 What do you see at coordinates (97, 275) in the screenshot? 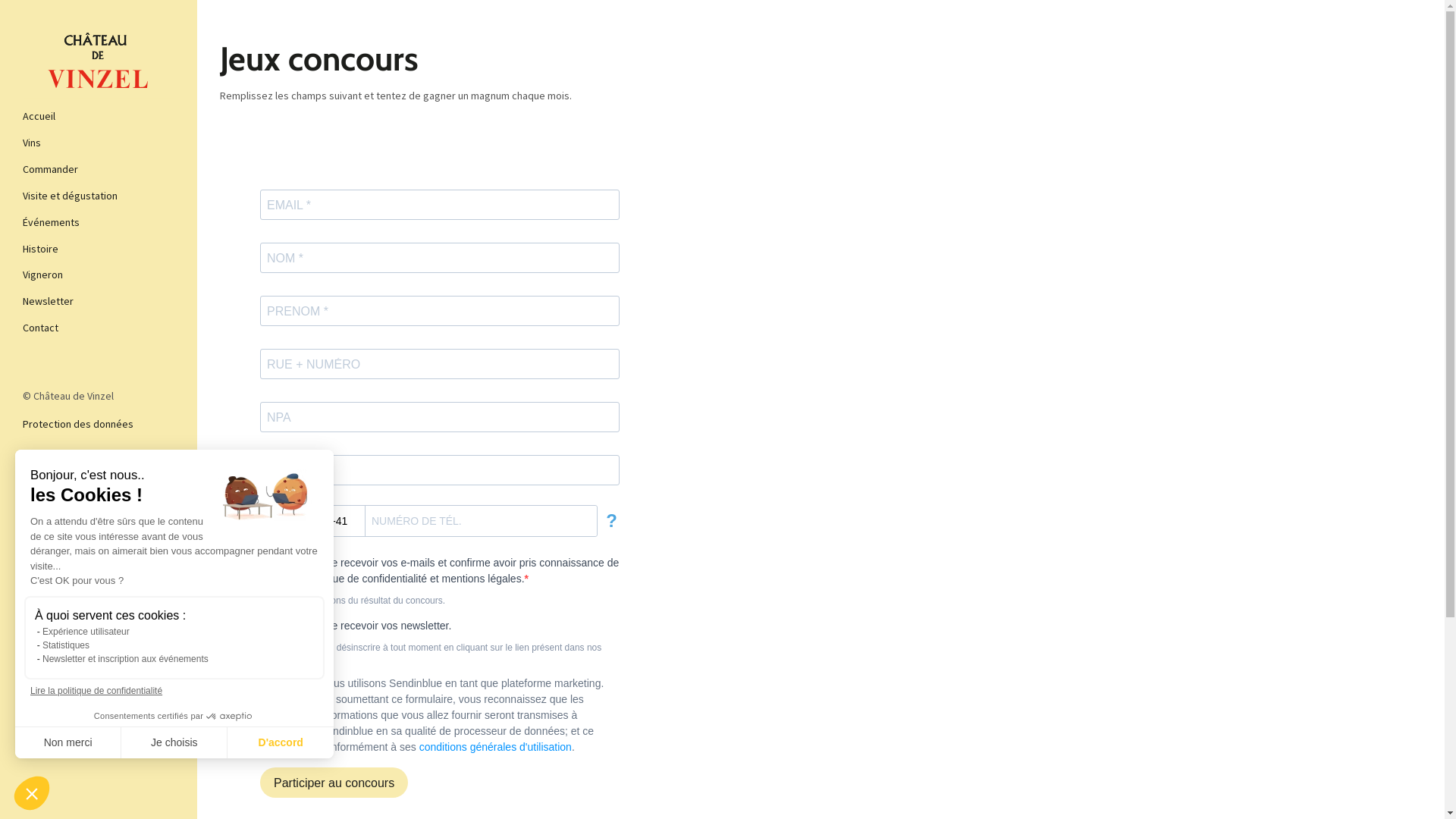
I see `'Vigneron'` at bounding box center [97, 275].